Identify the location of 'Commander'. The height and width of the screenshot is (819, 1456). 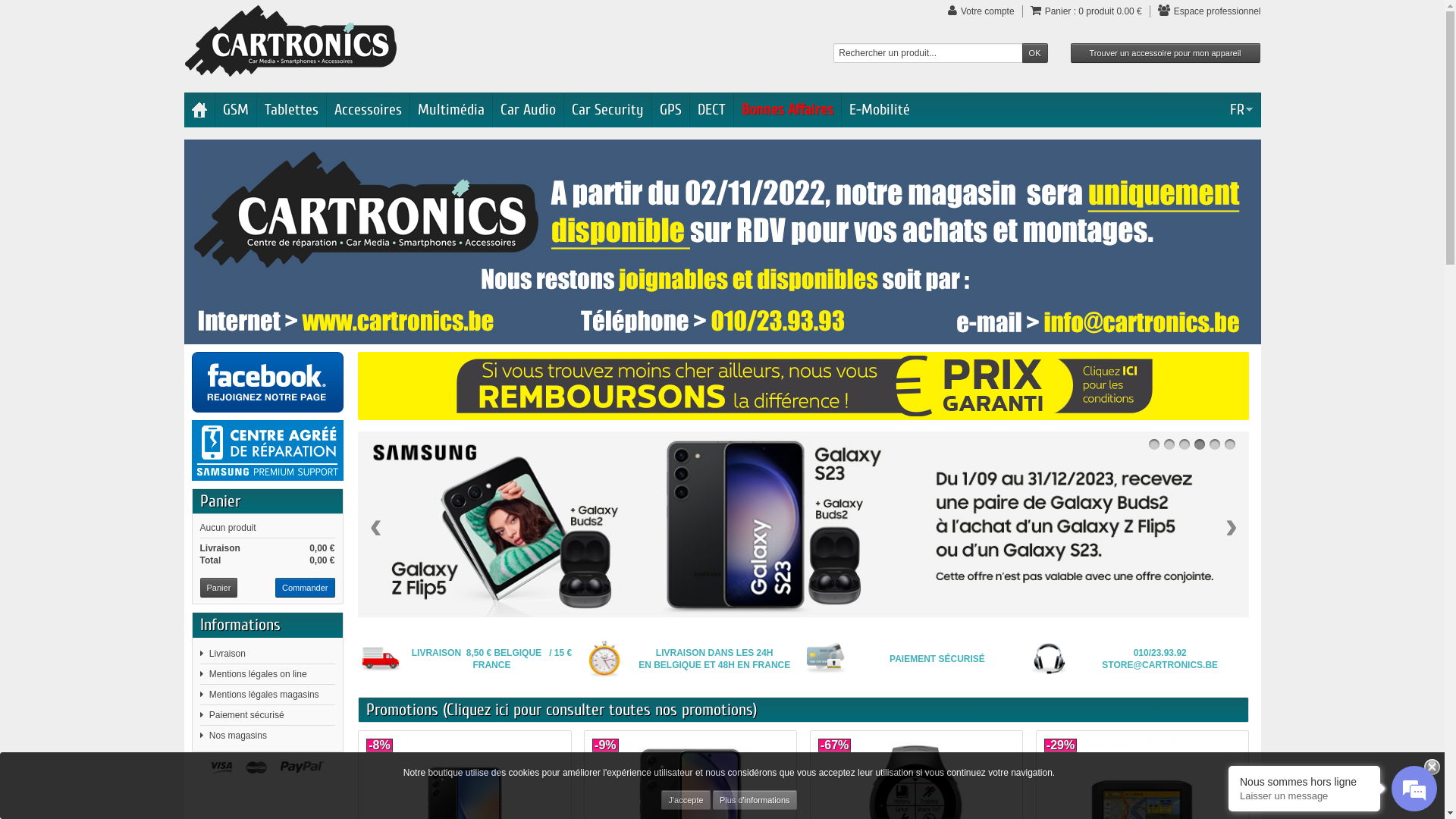
(304, 587).